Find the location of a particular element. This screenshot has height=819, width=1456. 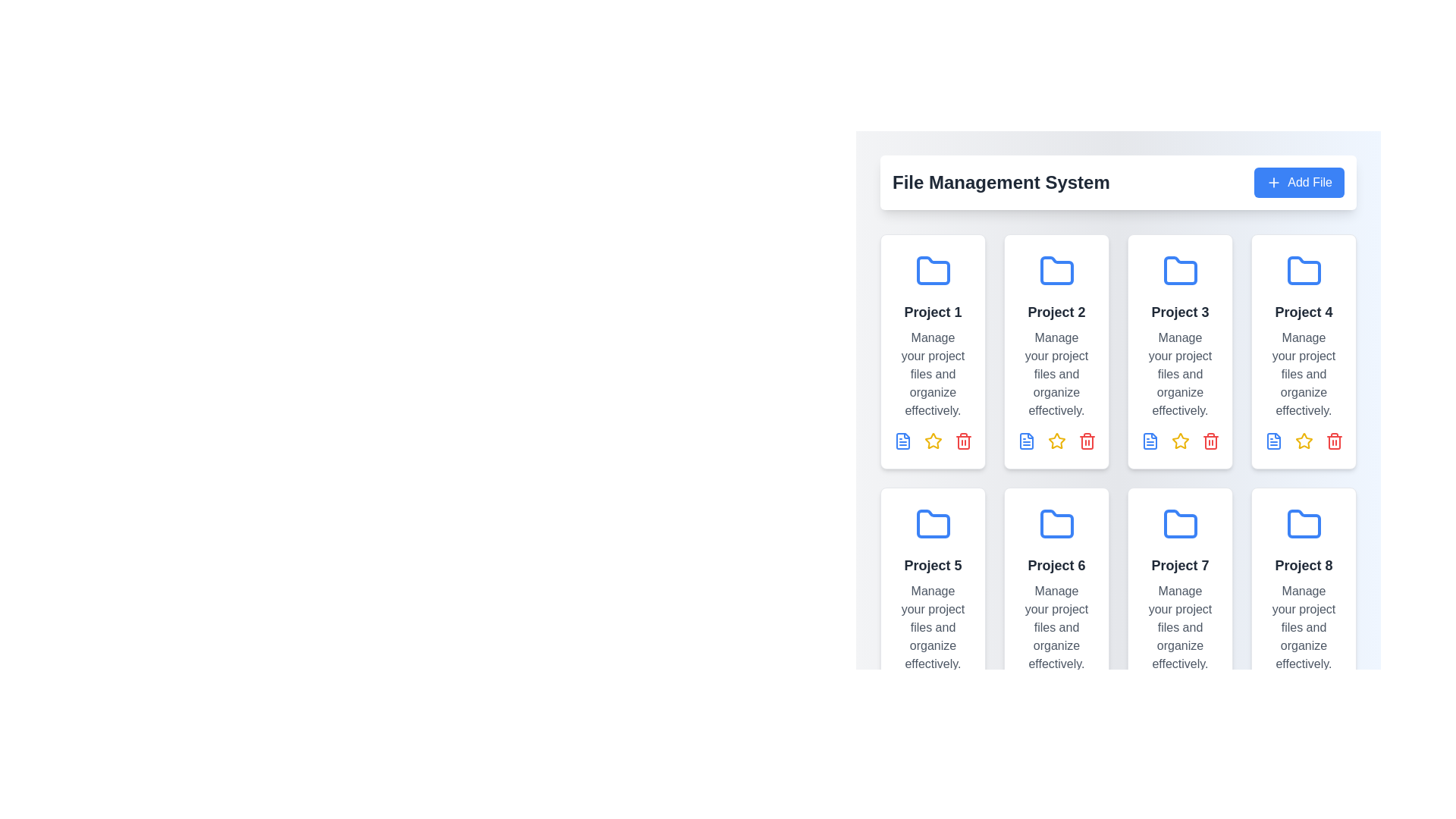

the rectangular button with a blue background and white text reading 'Add File' to activate the hover effect is located at coordinates (1298, 181).